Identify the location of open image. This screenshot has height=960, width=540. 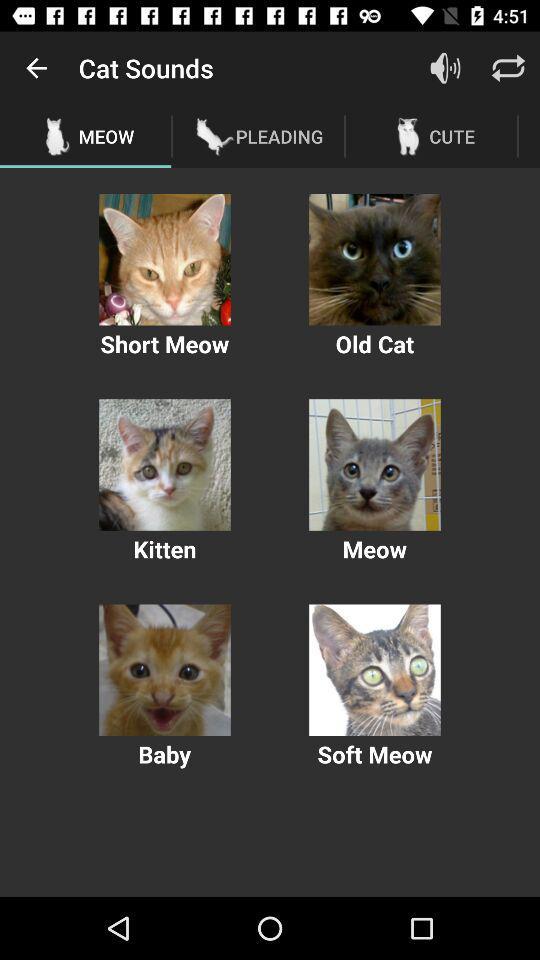
(374, 465).